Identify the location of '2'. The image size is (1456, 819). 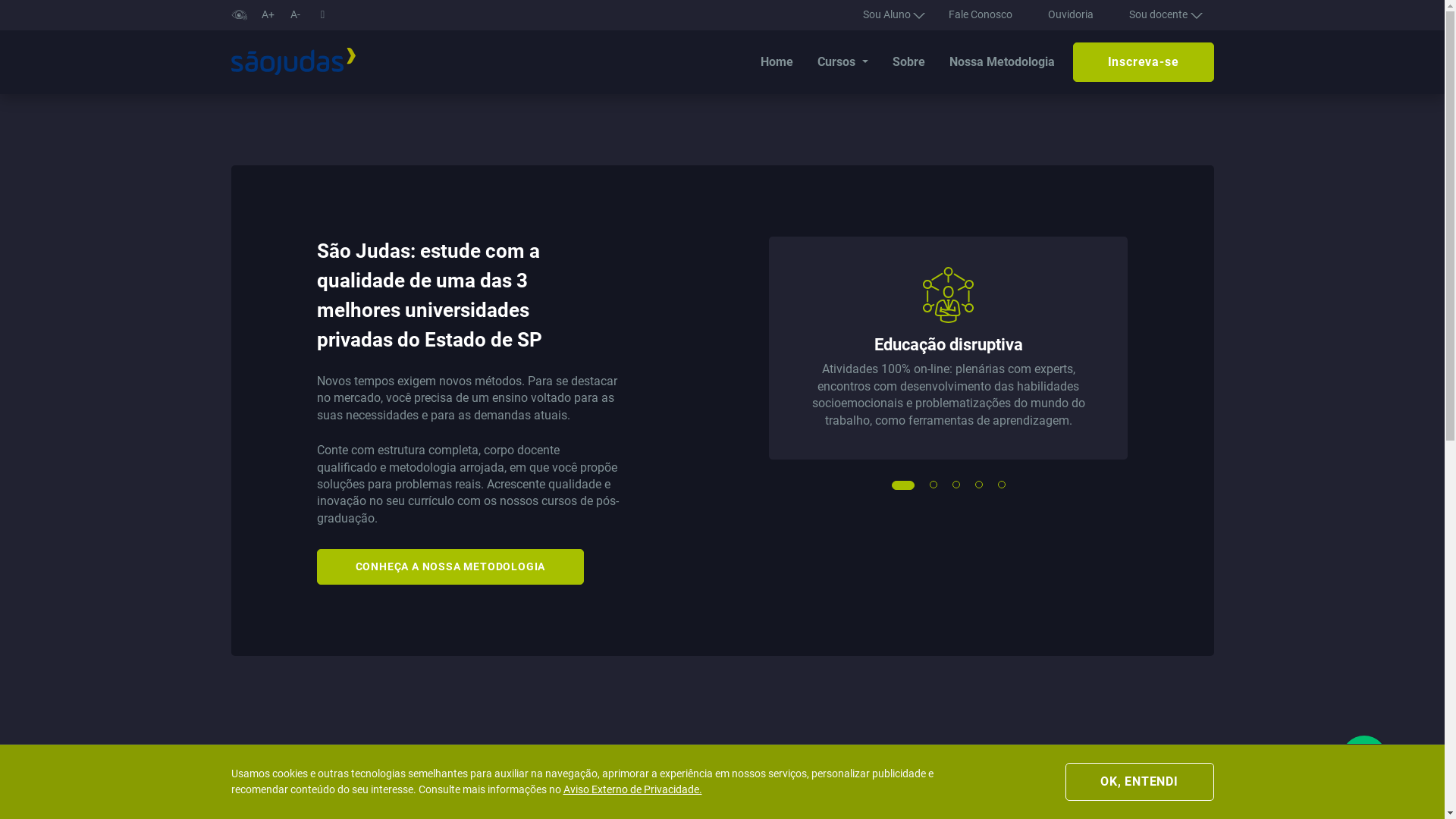
(934, 485).